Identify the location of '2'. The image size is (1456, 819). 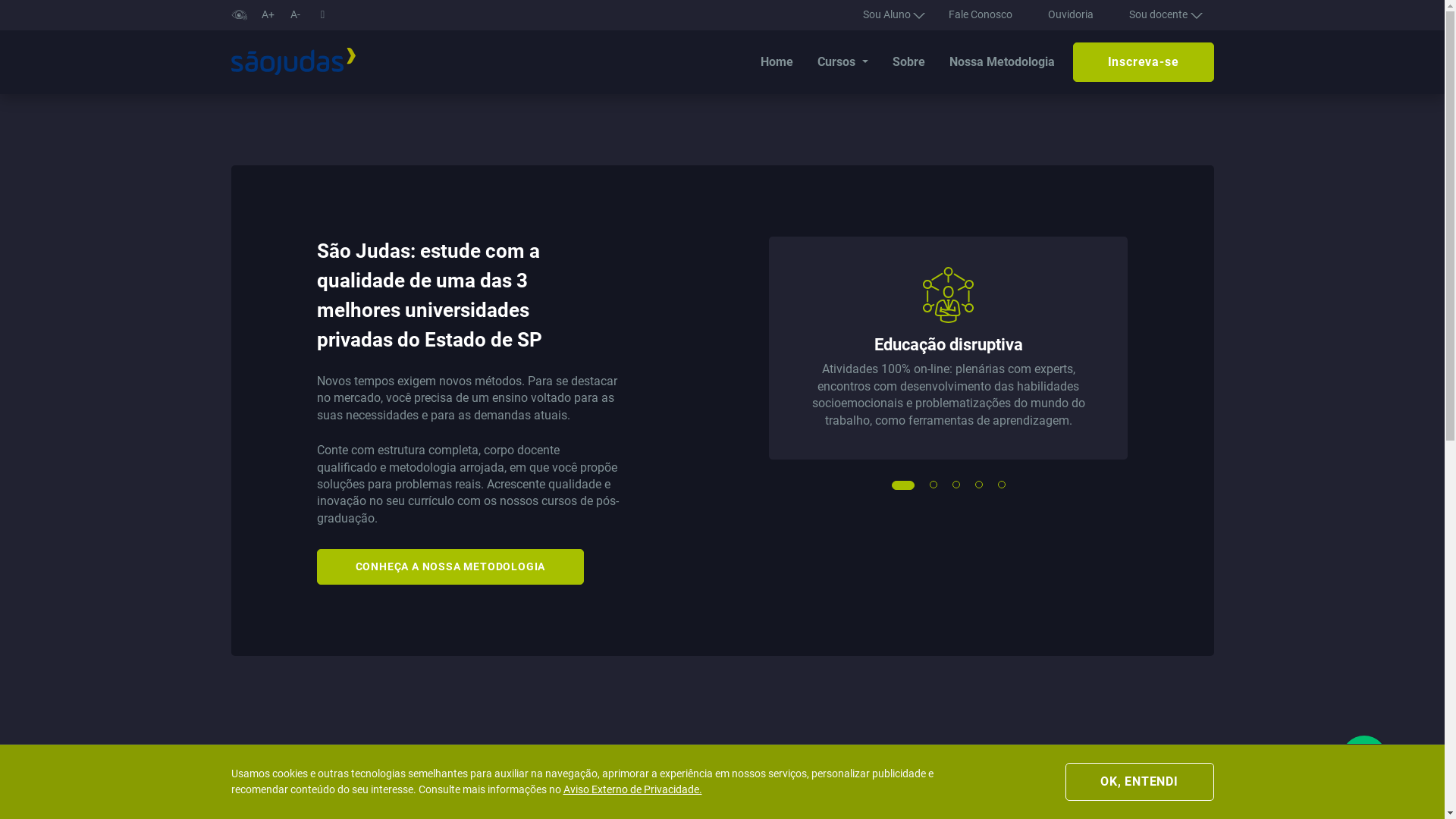
(934, 485).